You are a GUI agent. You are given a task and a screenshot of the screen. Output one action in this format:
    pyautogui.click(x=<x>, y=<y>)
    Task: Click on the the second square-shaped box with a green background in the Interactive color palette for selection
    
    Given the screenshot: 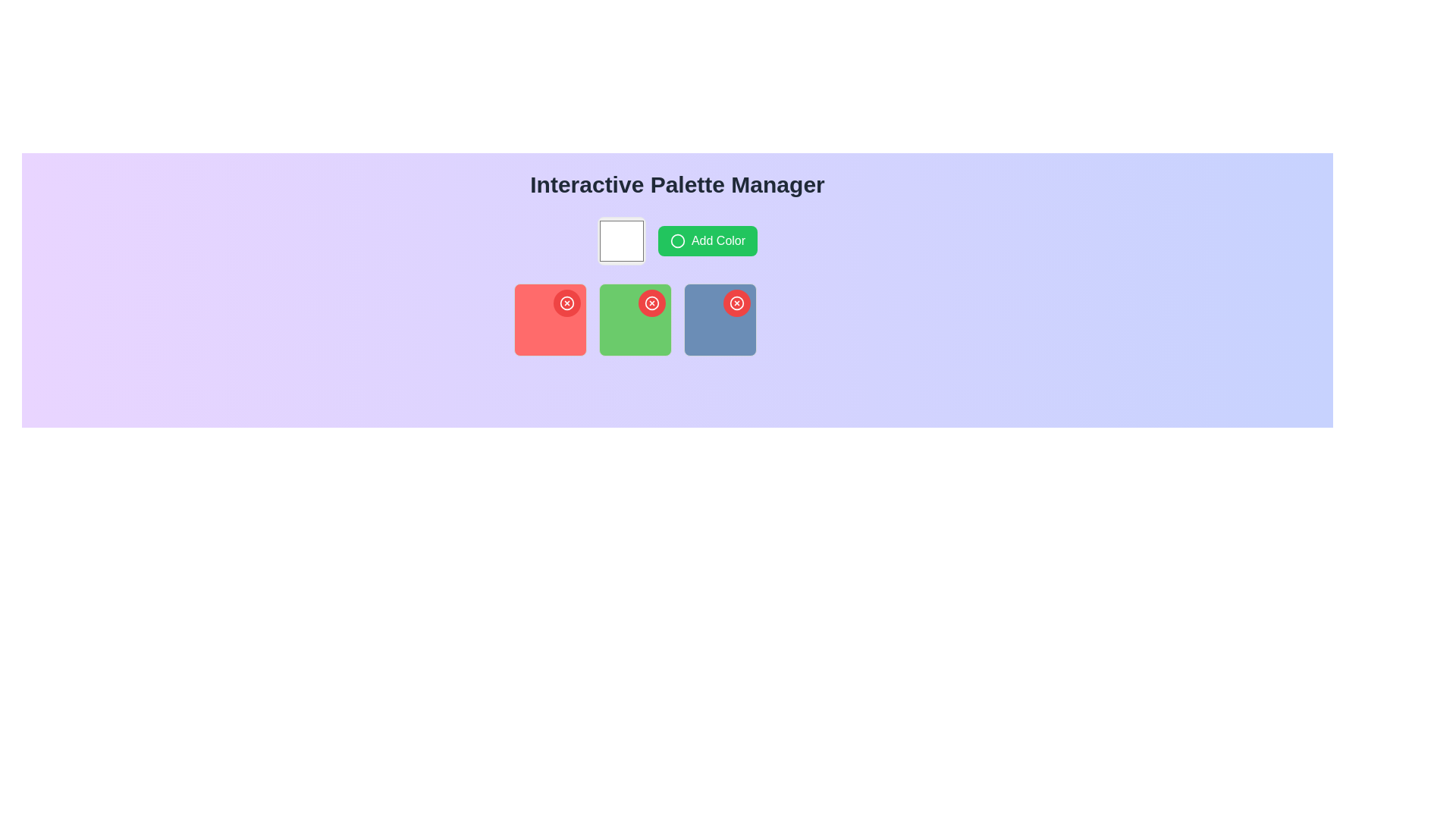 What is the action you would take?
    pyautogui.click(x=635, y=318)
    